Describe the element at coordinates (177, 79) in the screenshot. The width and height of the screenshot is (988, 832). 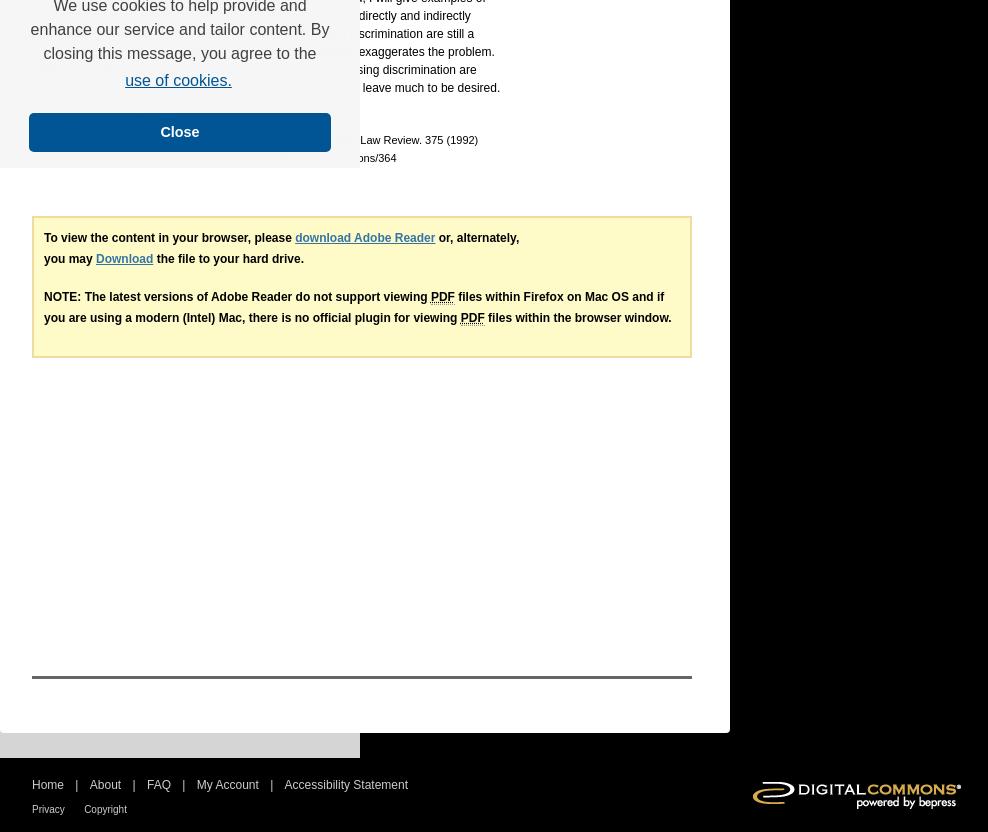
I see `'use of cookies.'` at that location.